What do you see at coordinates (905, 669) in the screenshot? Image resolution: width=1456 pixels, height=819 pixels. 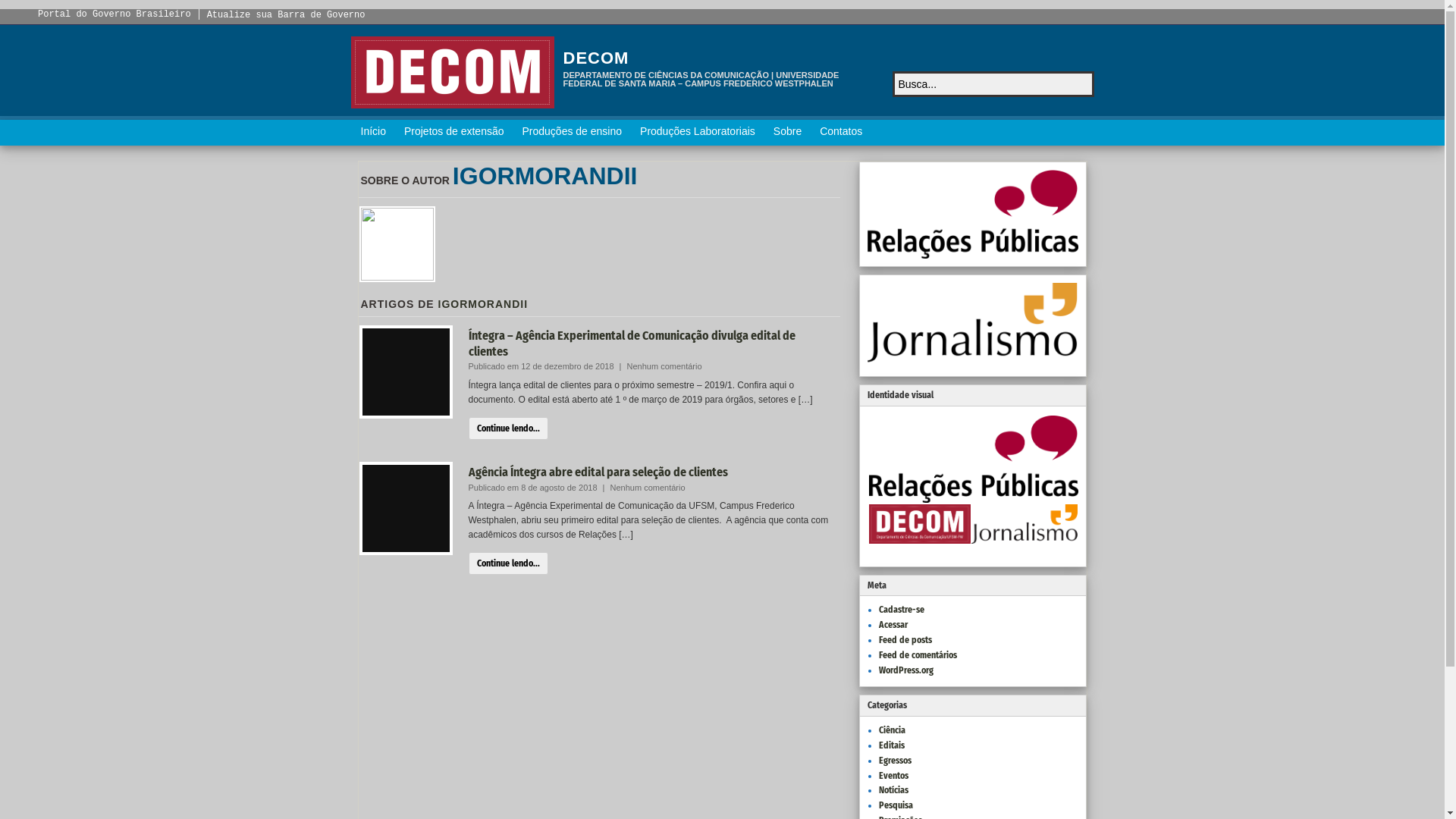 I see `'WordPress.org'` at bounding box center [905, 669].